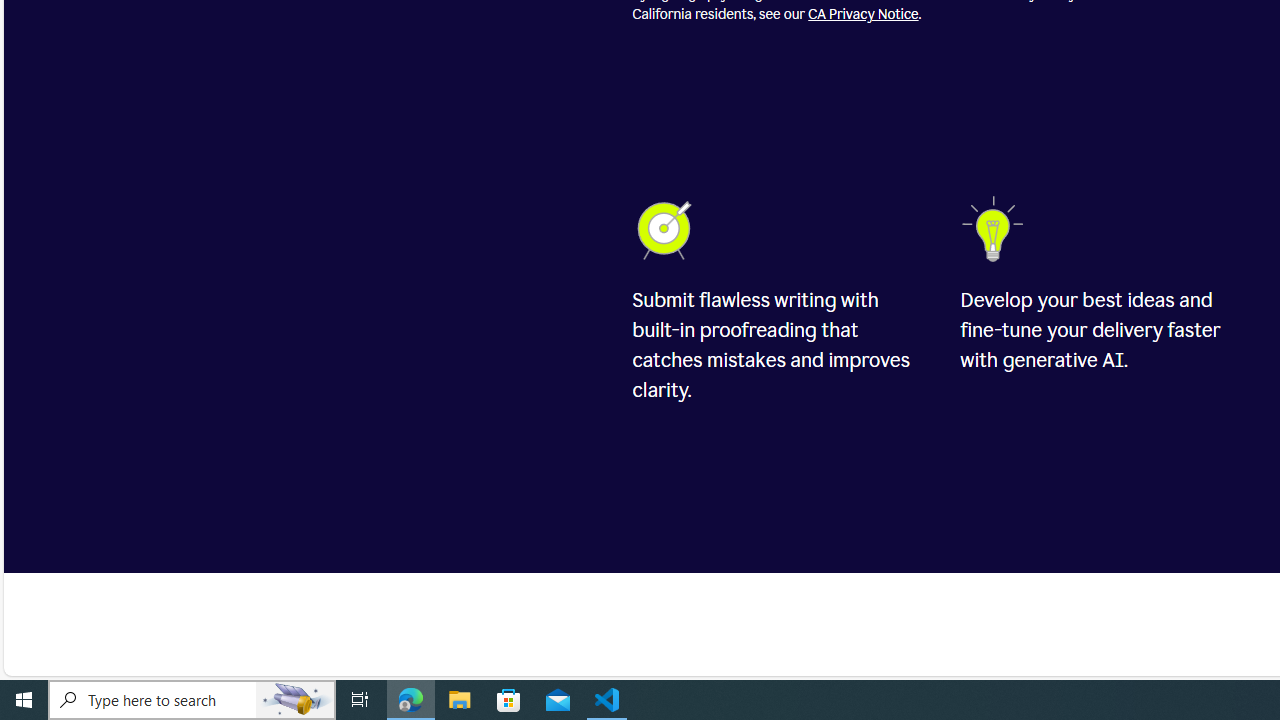 Image resolution: width=1280 pixels, height=720 pixels. Describe the element at coordinates (667, 228) in the screenshot. I see `'Target with arrow'` at that location.